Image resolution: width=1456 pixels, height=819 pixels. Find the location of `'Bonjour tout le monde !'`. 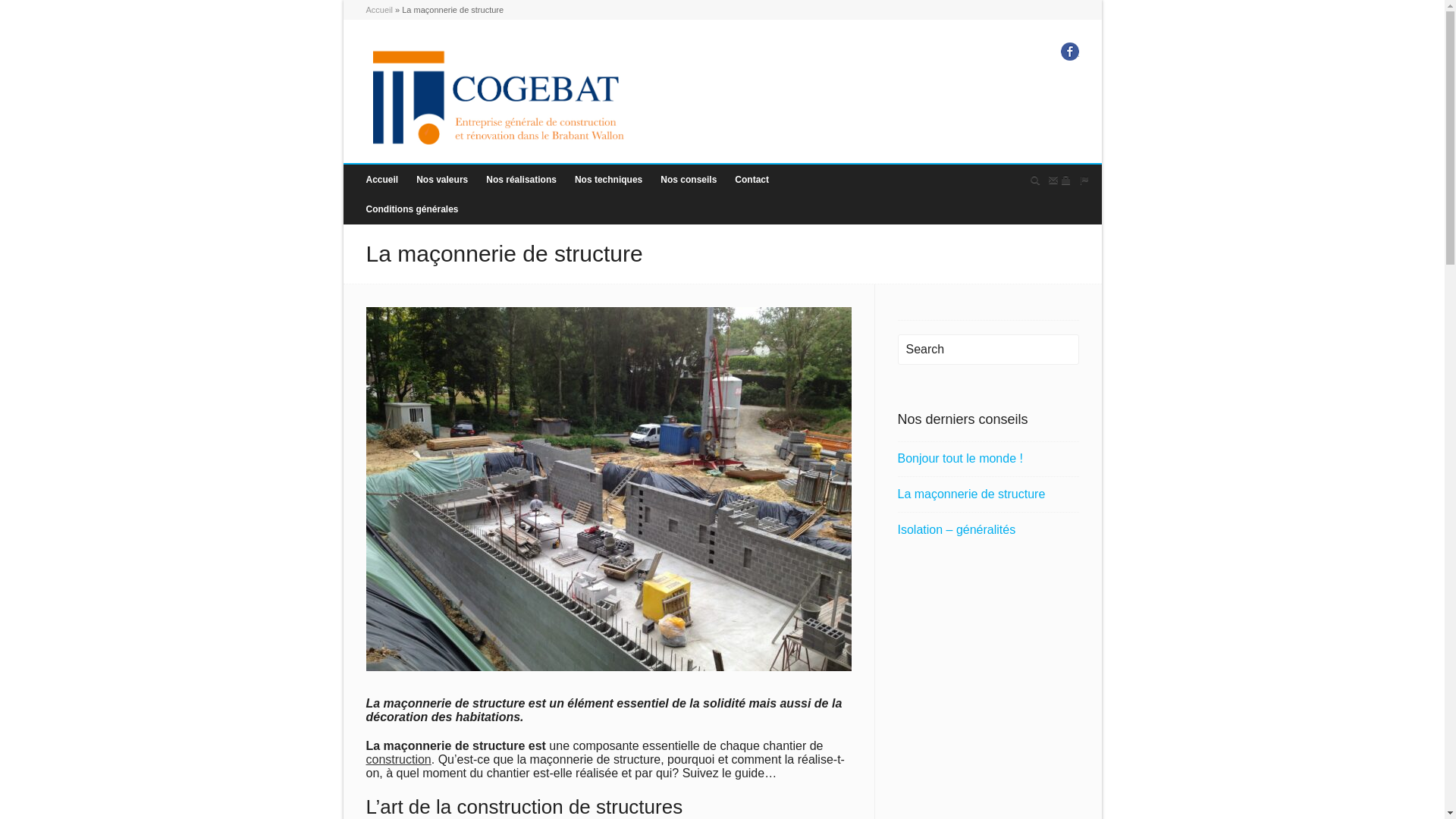

'Bonjour tout le monde !' is located at coordinates (988, 458).